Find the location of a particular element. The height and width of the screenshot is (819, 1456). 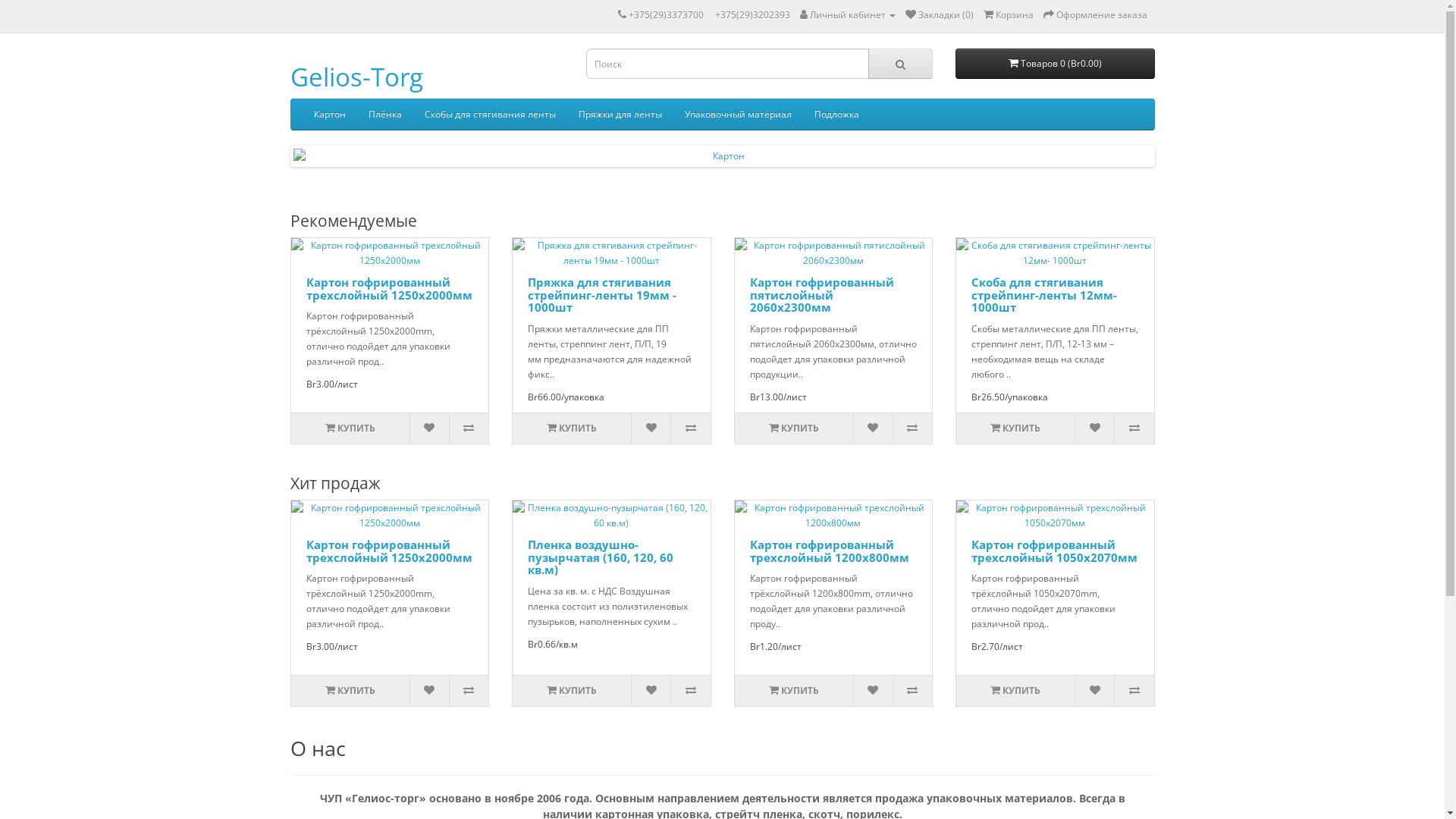

'+375(29)3202393' is located at coordinates (713, 14).